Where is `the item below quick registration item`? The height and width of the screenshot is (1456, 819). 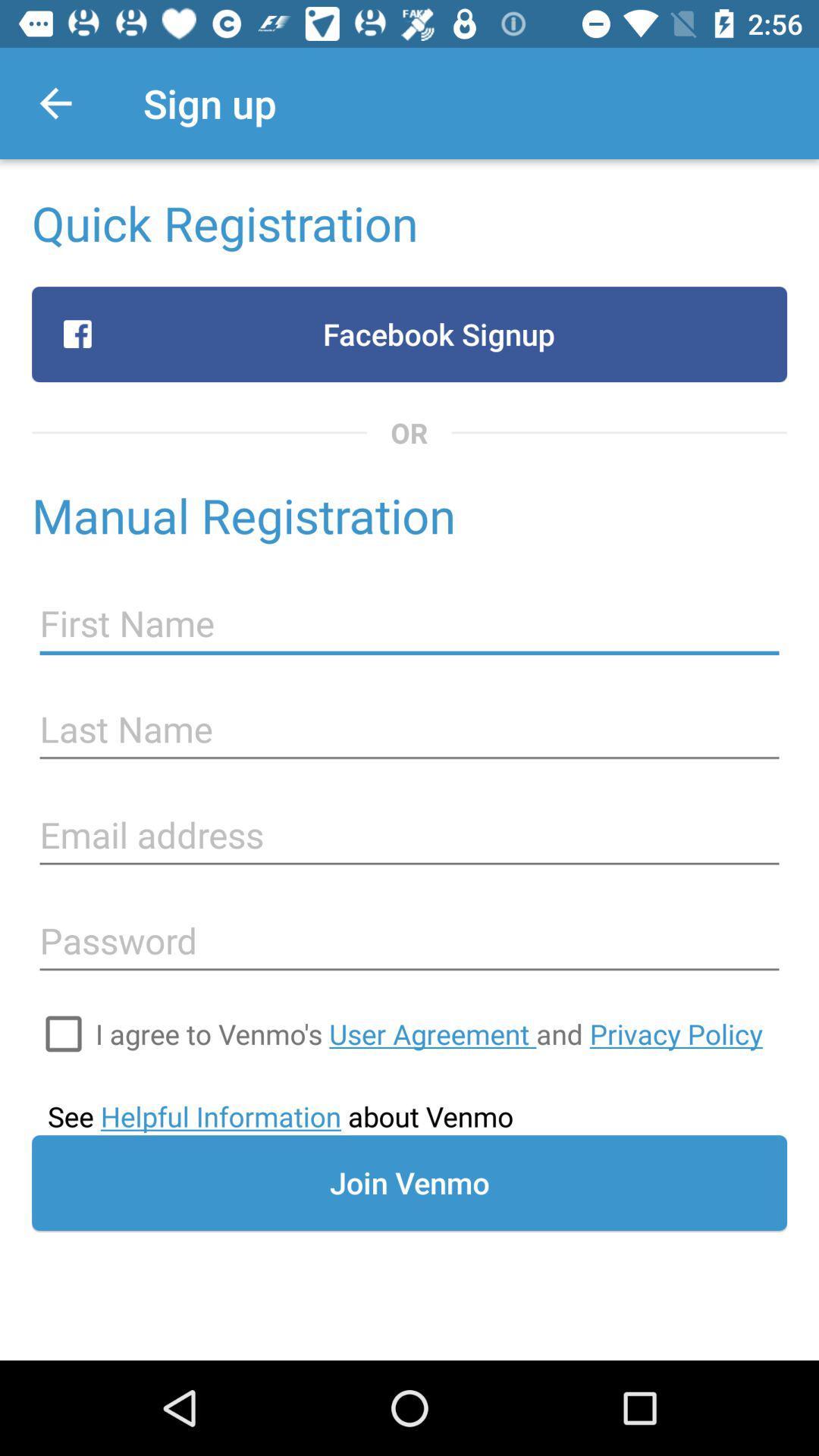
the item below quick registration item is located at coordinates (409, 334).